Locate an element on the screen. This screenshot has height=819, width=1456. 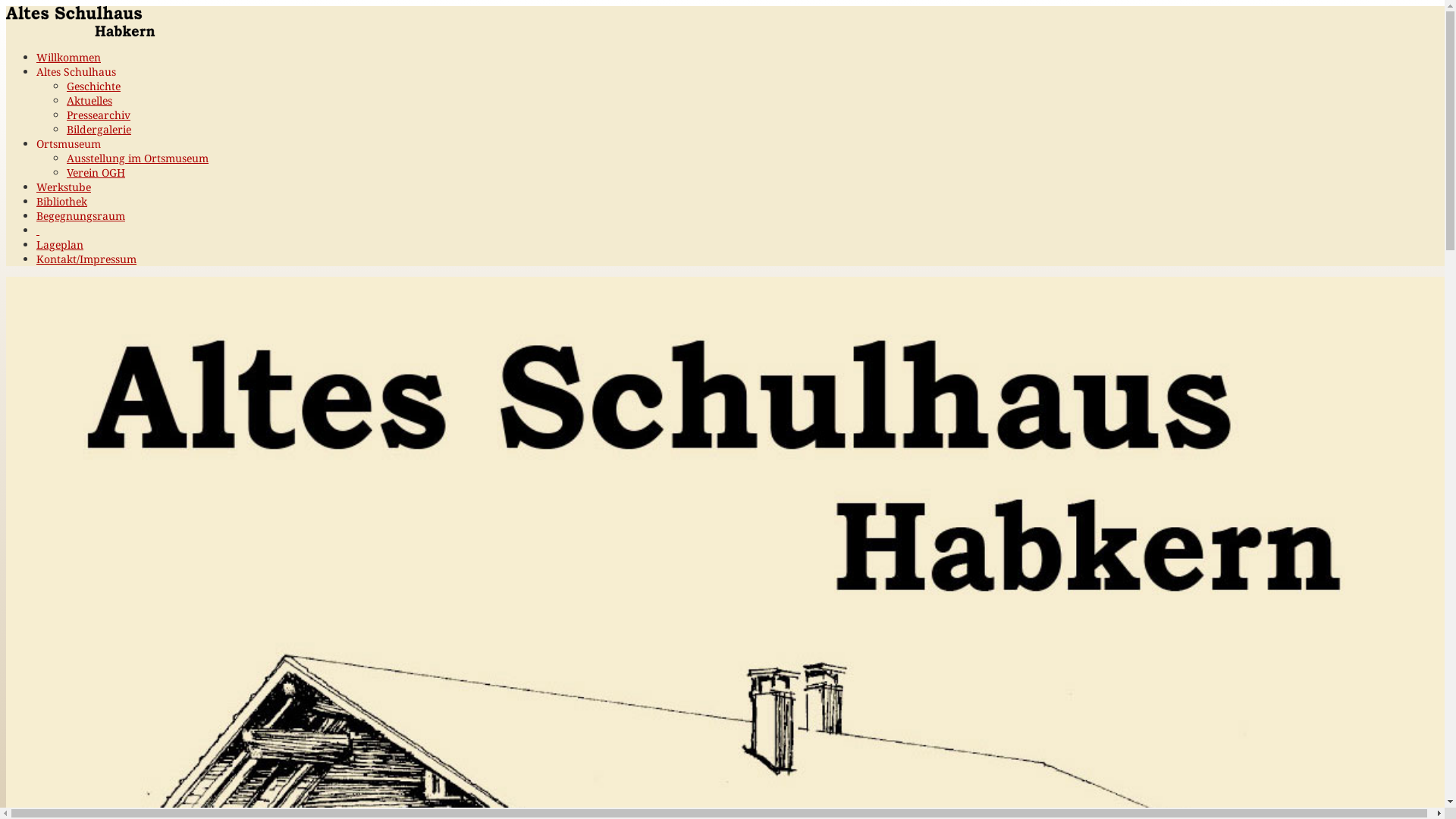
'Kontakt/Impressum' is located at coordinates (36, 258).